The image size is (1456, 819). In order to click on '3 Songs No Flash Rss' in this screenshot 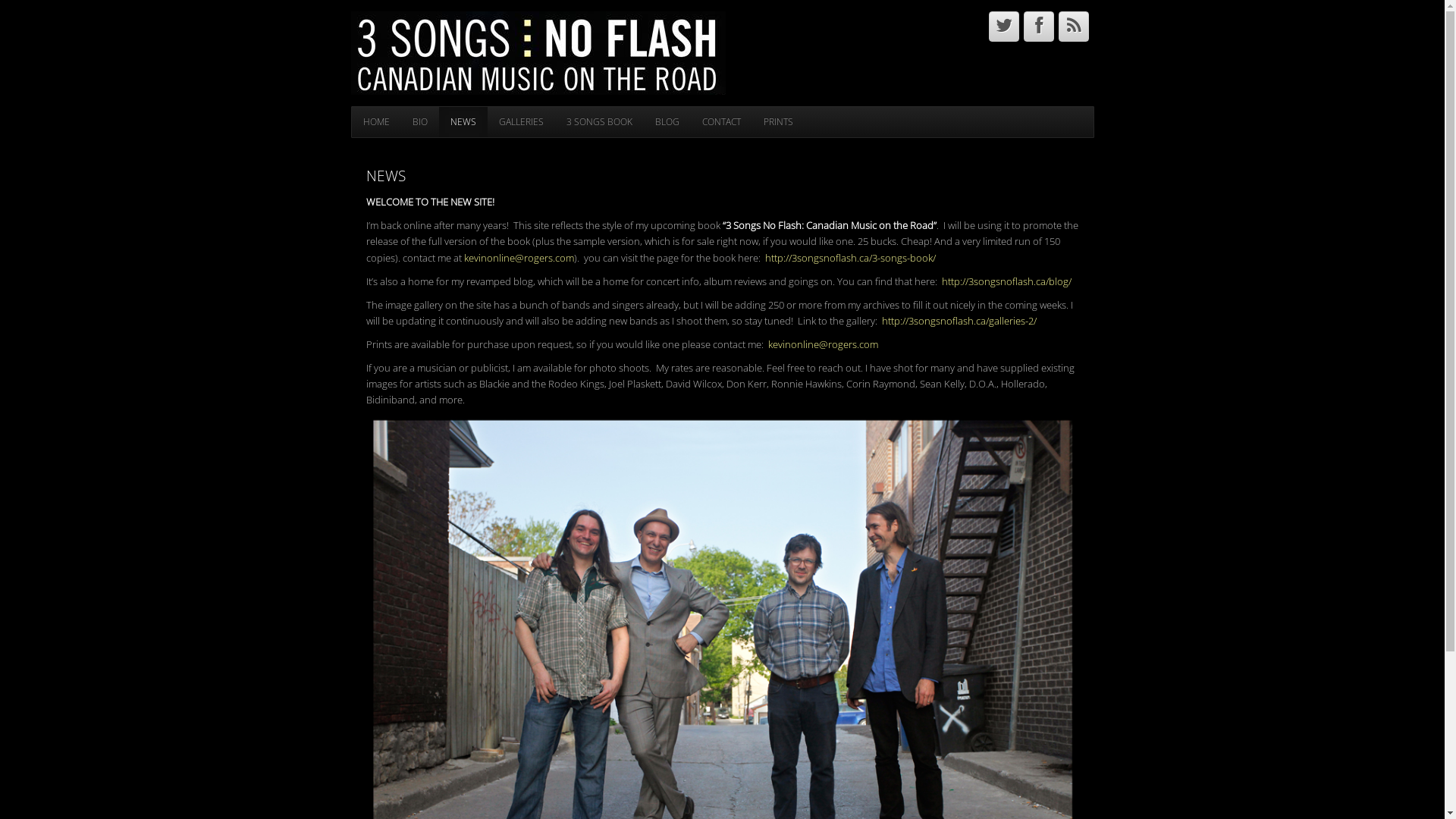, I will do `click(1073, 26)`.